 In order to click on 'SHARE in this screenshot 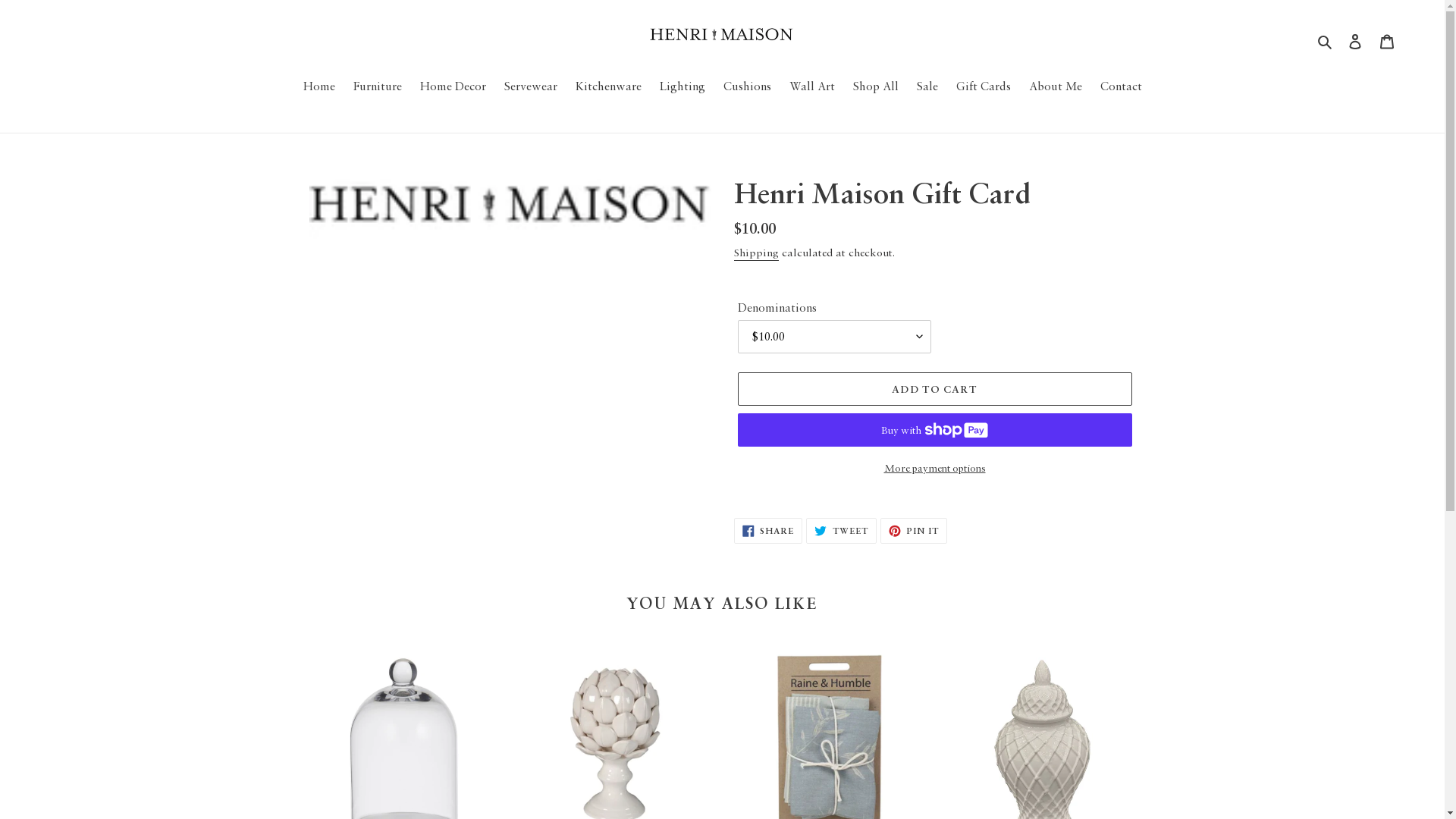, I will do `click(734, 529)`.